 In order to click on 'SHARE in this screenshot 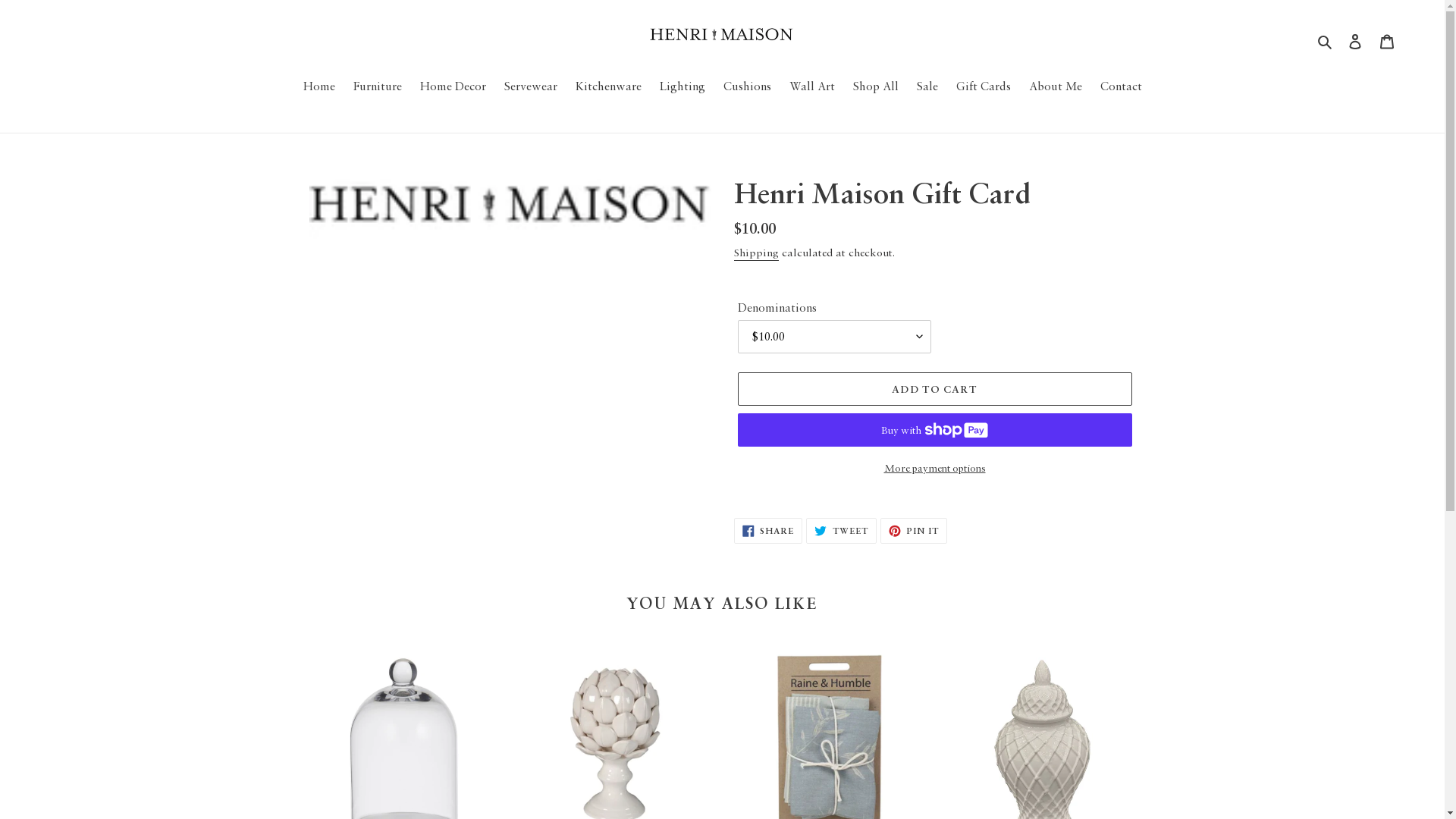, I will do `click(734, 529)`.